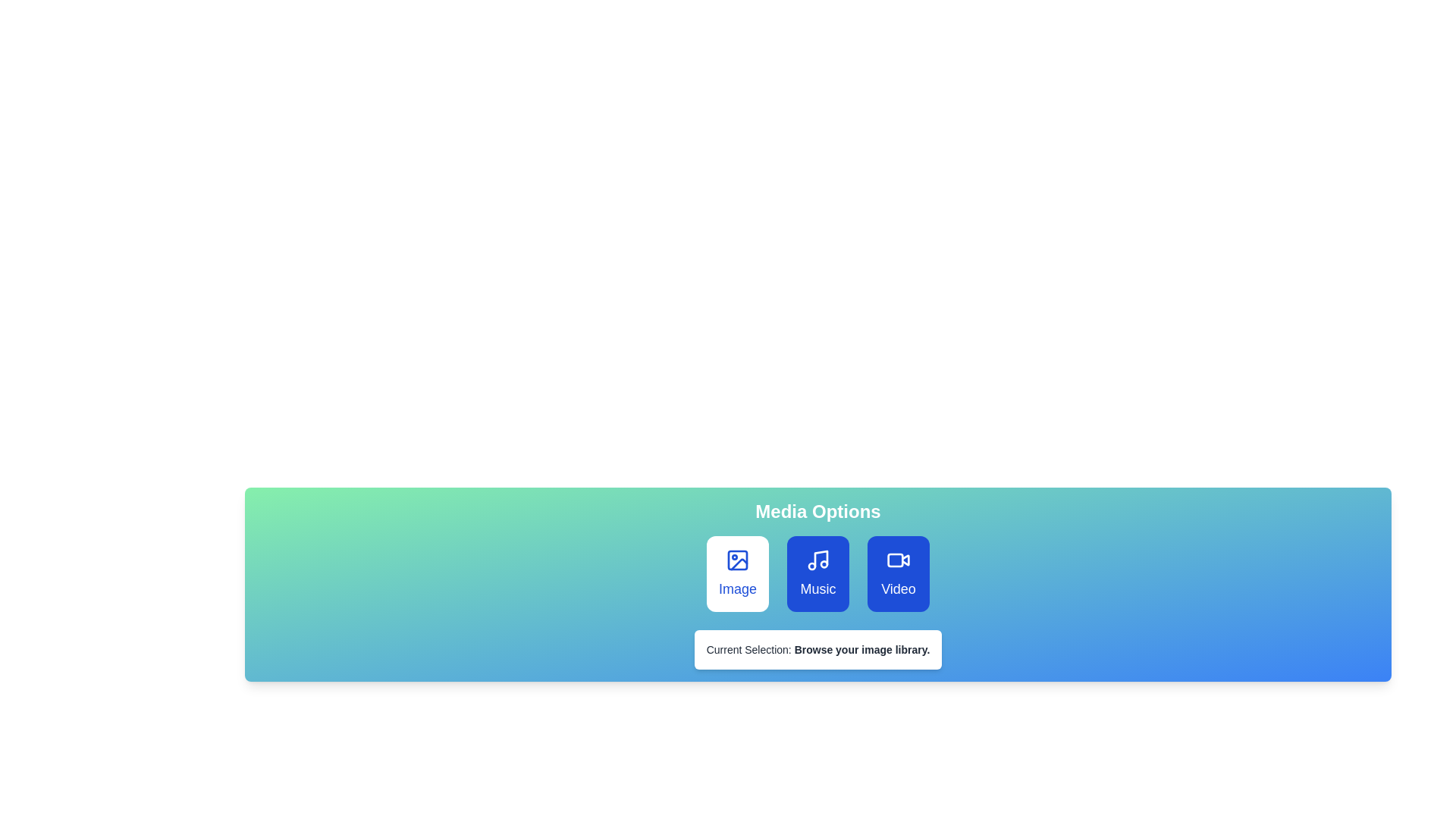 The image size is (1456, 819). What do you see at coordinates (862, 648) in the screenshot?
I see `the text label that reads 'Browse your image library.' which is bold and located beneath the selectable media options in the interface` at bounding box center [862, 648].